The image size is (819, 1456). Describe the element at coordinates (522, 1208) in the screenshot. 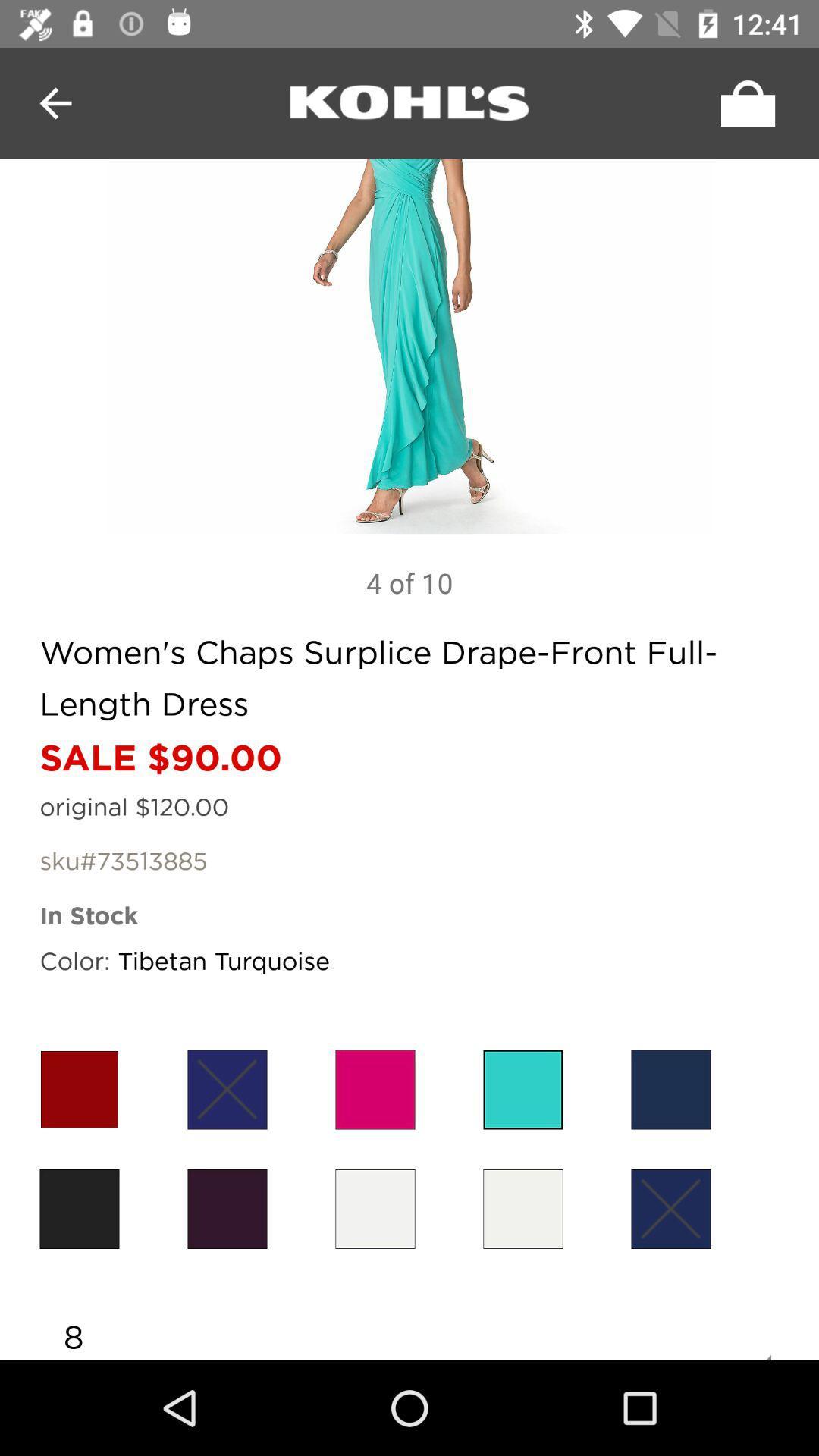

I see `item above 8 icon` at that location.